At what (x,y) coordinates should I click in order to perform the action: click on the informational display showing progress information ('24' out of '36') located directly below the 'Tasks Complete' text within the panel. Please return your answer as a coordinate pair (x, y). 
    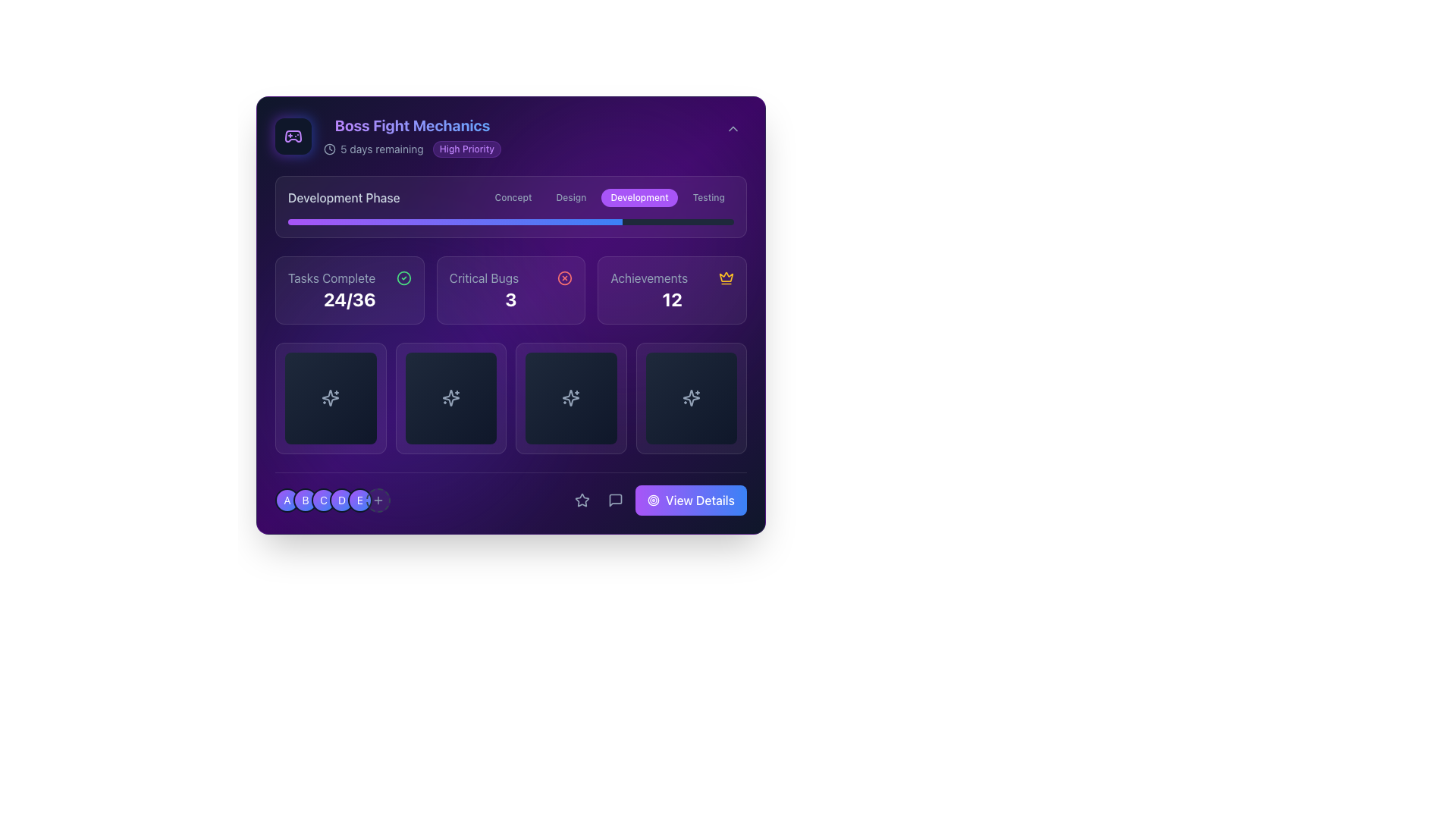
    Looking at the image, I should click on (349, 299).